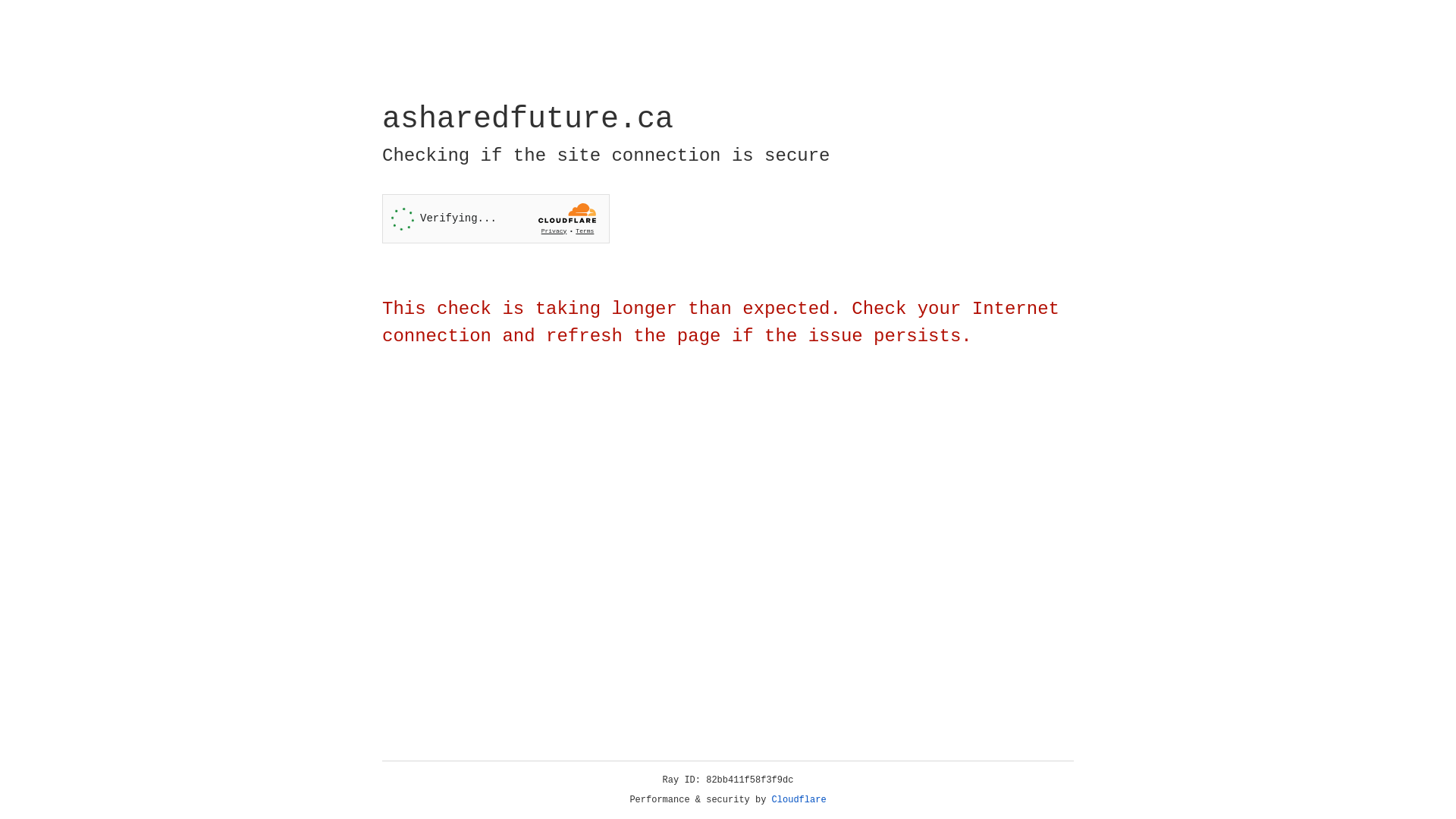 The height and width of the screenshot is (819, 1456). I want to click on 'Cloudflare', so click(771, 799).